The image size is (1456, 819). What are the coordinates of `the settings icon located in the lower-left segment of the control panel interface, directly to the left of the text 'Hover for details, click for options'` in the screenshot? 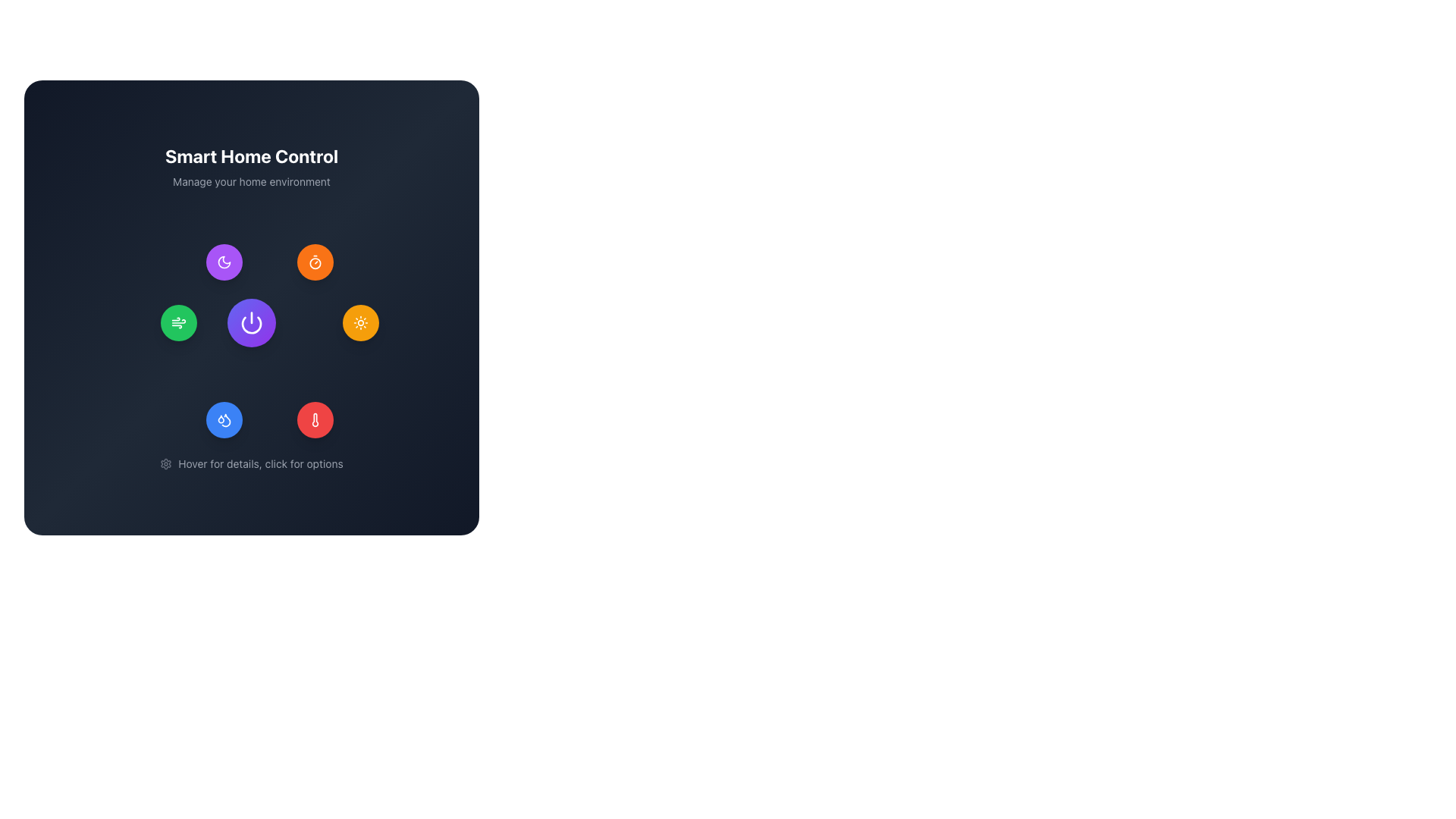 It's located at (166, 463).